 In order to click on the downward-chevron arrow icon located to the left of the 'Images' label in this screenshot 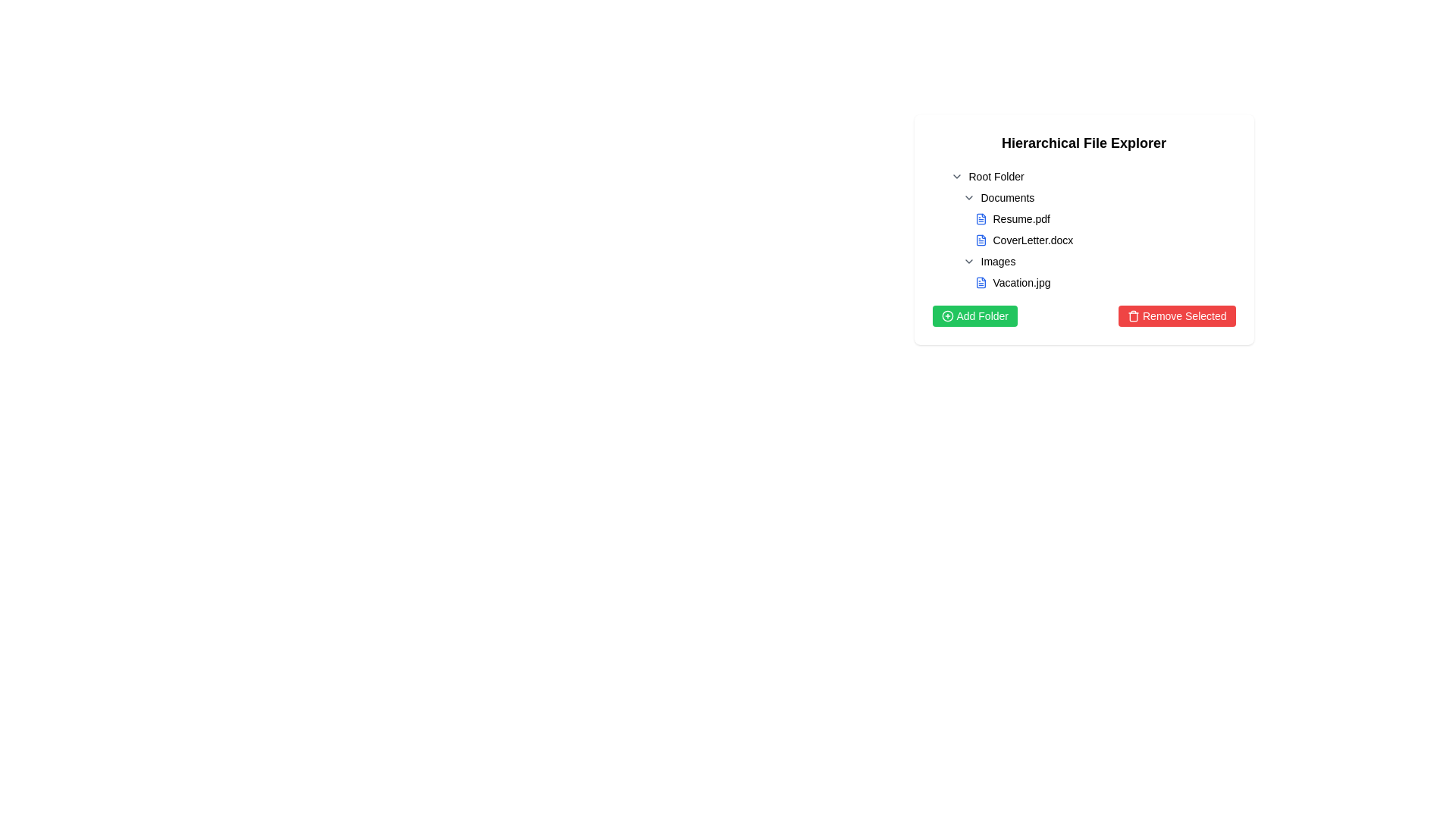, I will do `click(968, 260)`.